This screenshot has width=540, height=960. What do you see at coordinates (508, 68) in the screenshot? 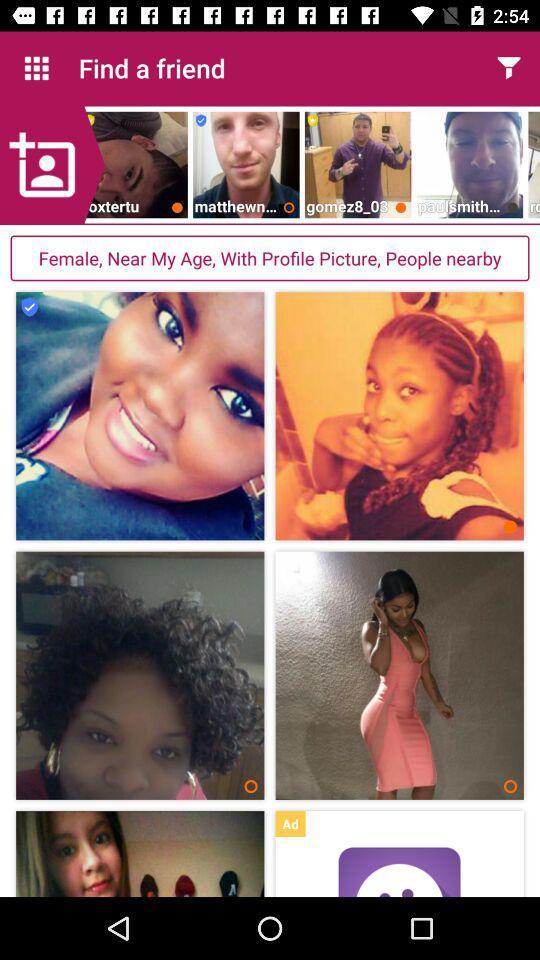
I see `the item next to find a friend app` at bounding box center [508, 68].